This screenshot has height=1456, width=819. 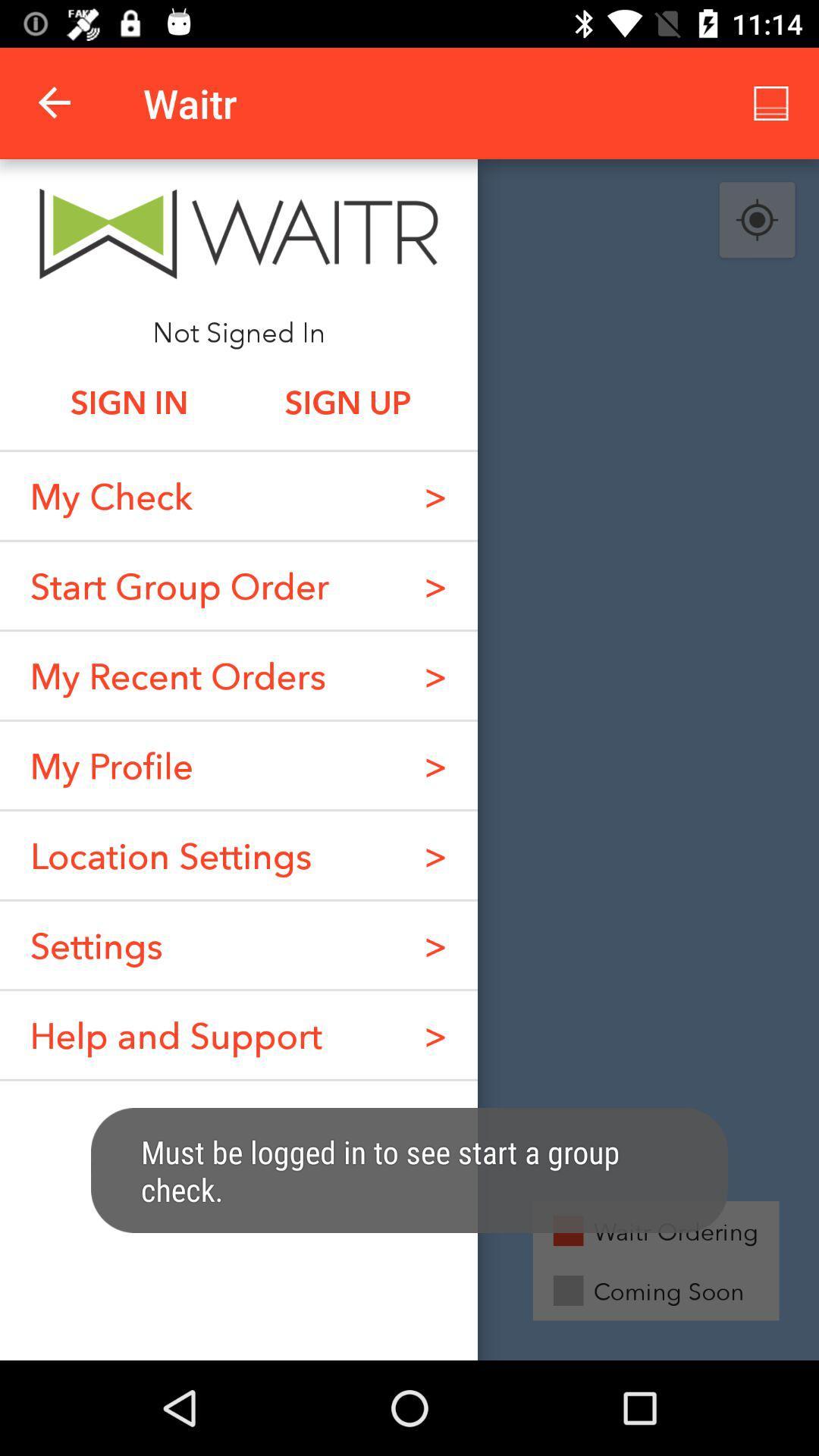 I want to click on the location_crosshair icon, so click(x=757, y=220).